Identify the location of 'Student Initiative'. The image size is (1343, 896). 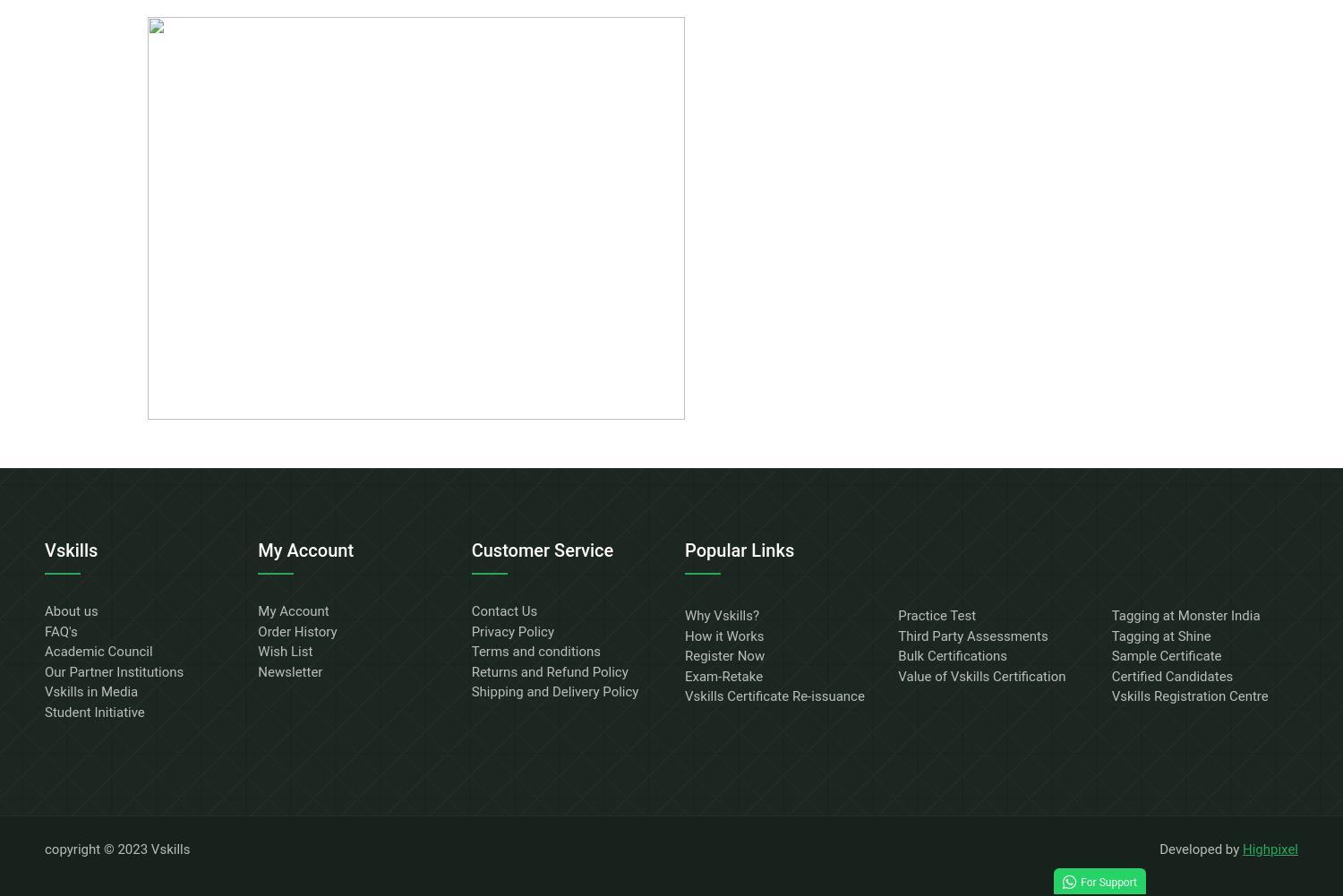
(93, 710).